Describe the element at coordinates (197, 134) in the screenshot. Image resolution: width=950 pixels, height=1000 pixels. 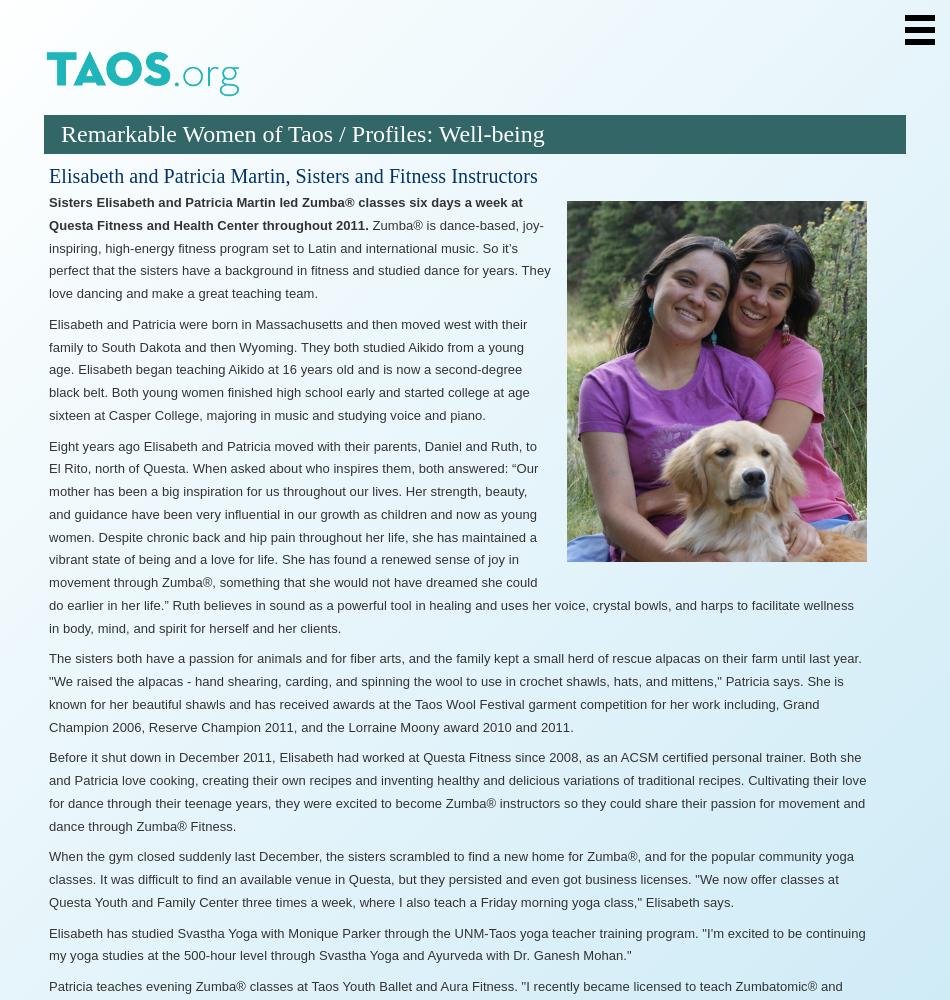
I see `'Remarkable Women of Taos'` at that location.